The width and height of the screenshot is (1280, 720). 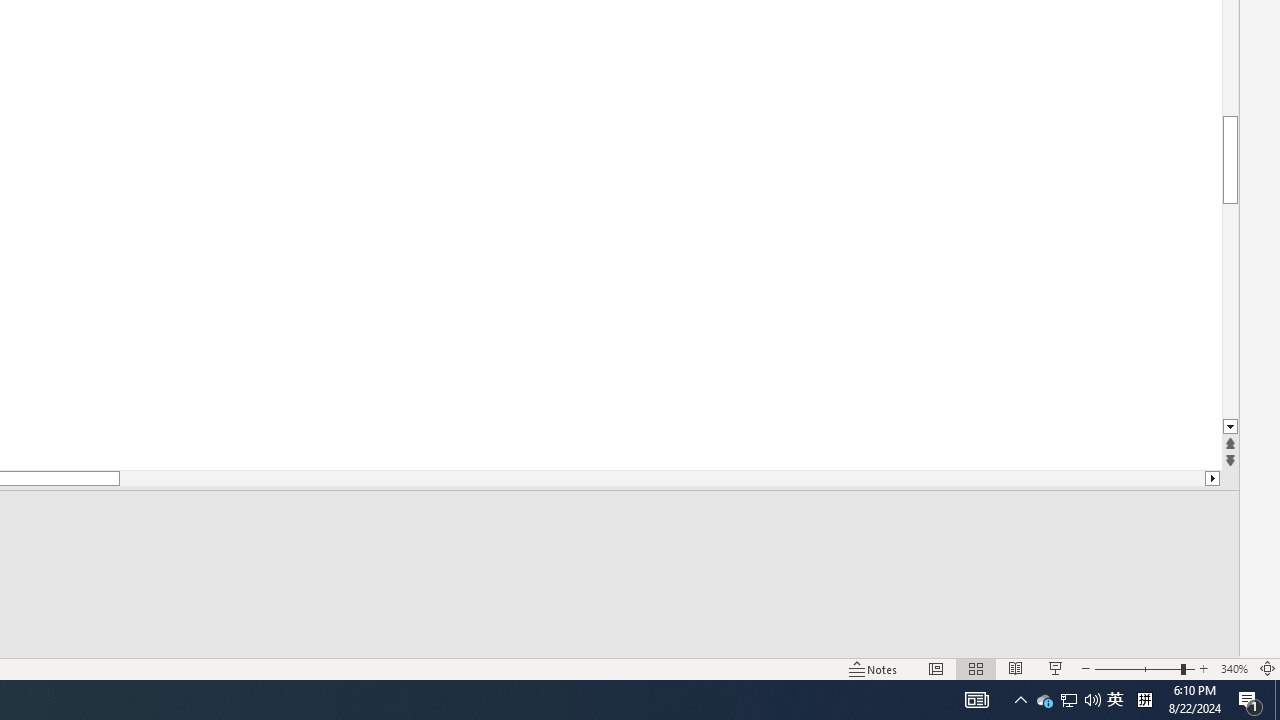 I want to click on 'Zoom In', so click(x=1203, y=669).